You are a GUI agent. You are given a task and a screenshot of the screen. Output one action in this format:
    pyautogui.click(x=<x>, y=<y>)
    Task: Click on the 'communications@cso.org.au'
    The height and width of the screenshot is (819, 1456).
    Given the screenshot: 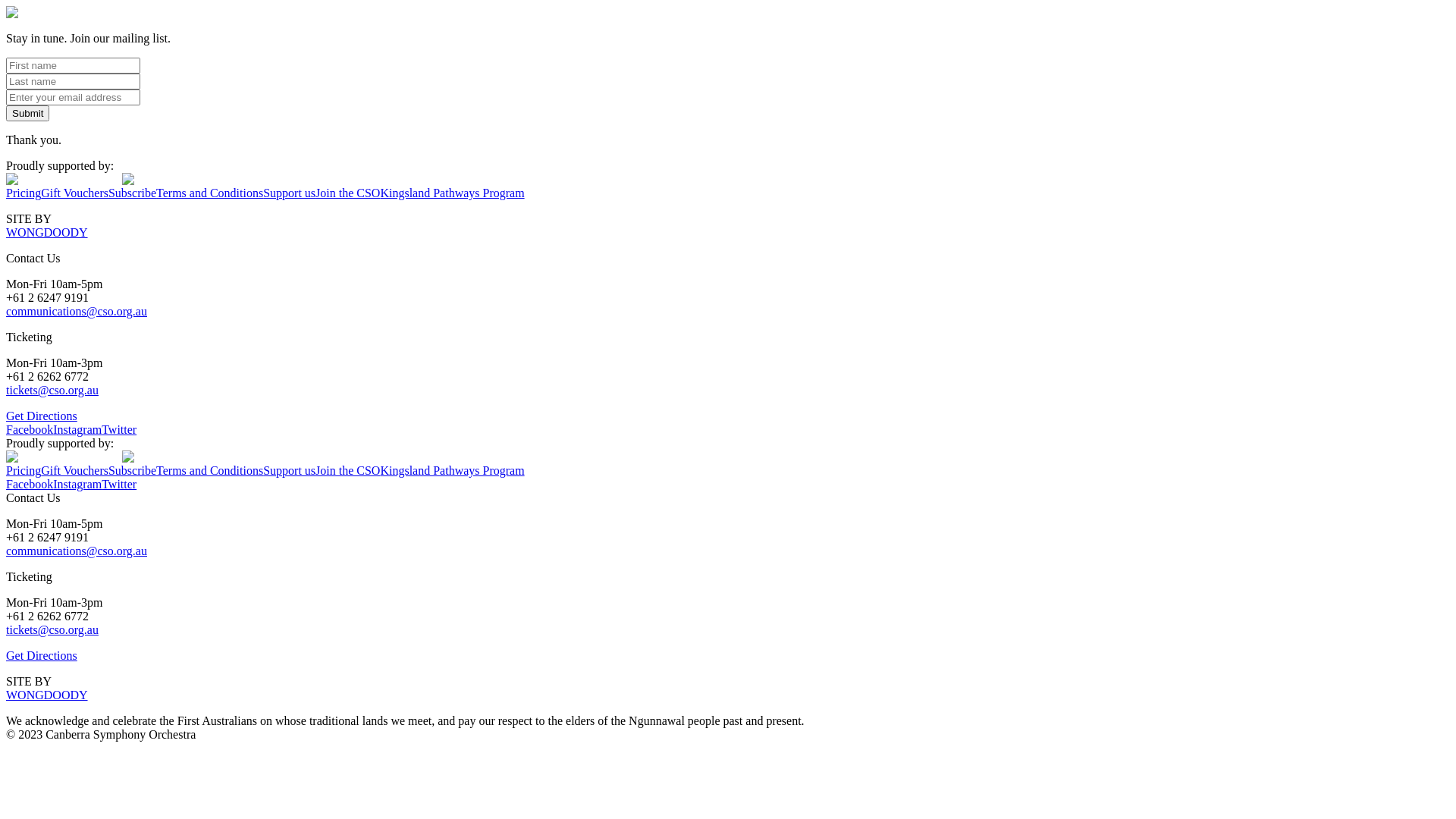 What is the action you would take?
    pyautogui.click(x=75, y=310)
    